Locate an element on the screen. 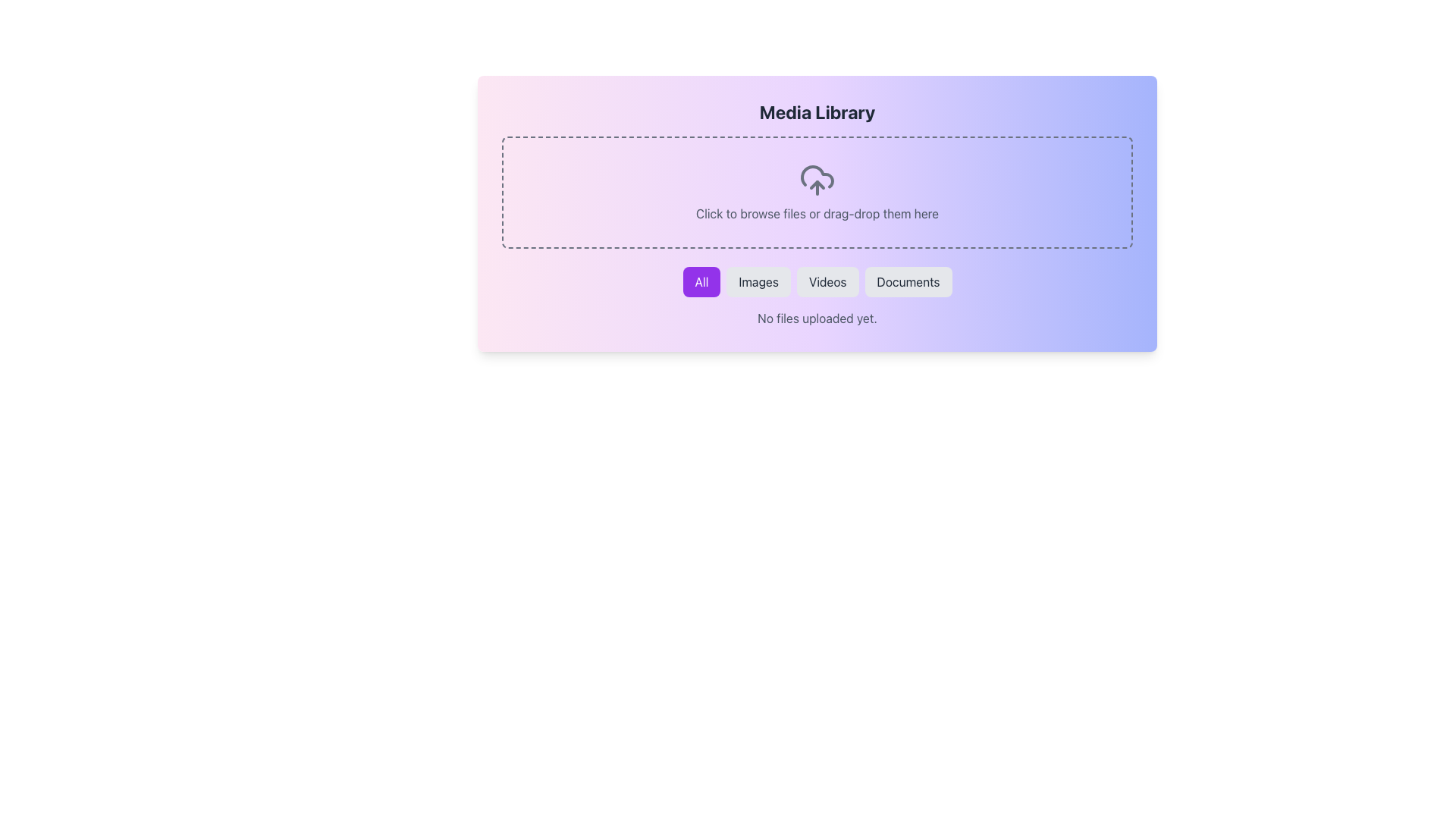  and drop a file into the File upload area located below the 'Media Library' heading and above the filter buttons is located at coordinates (817, 192).